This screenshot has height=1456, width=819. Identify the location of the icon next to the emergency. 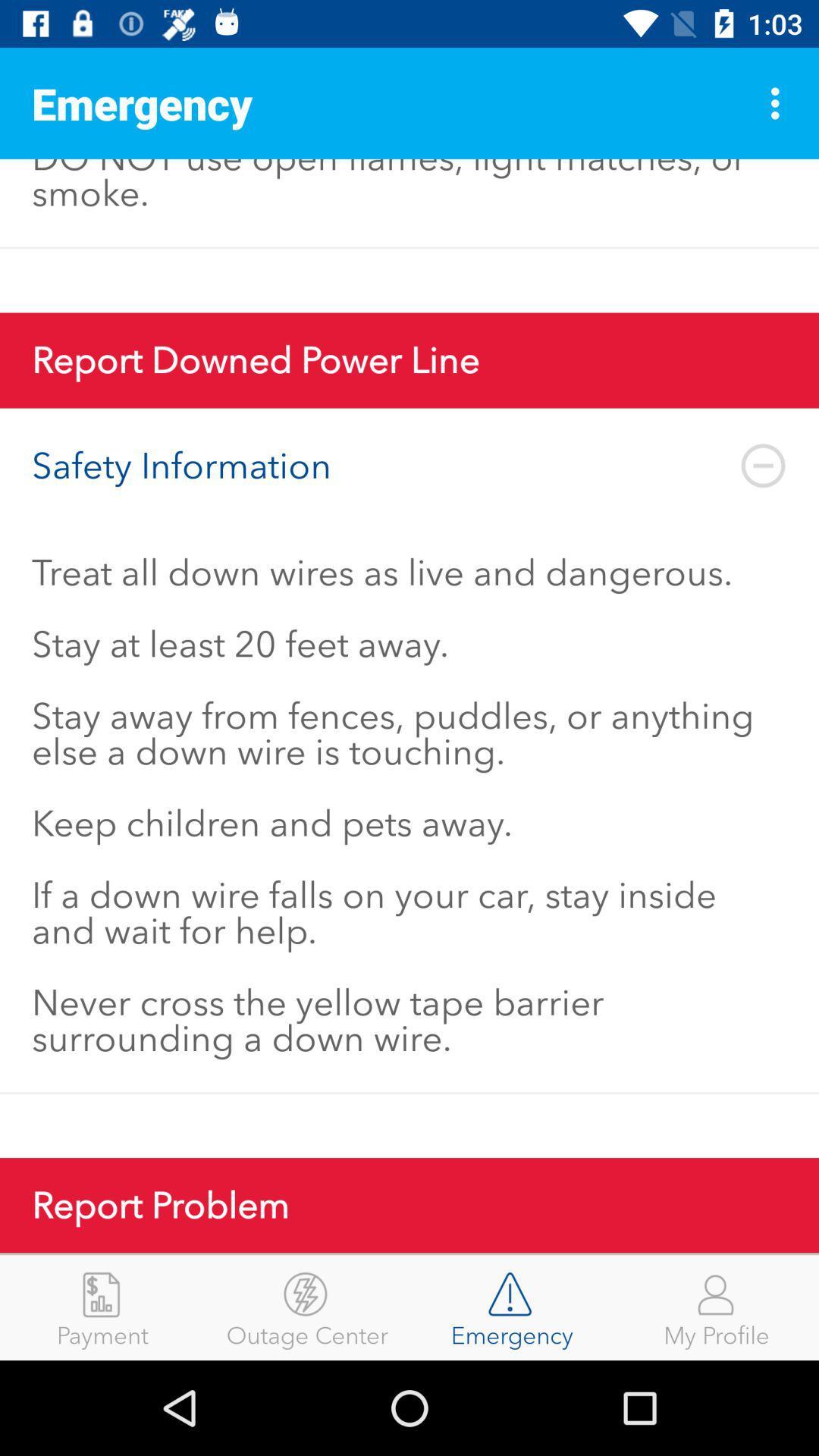
(779, 102).